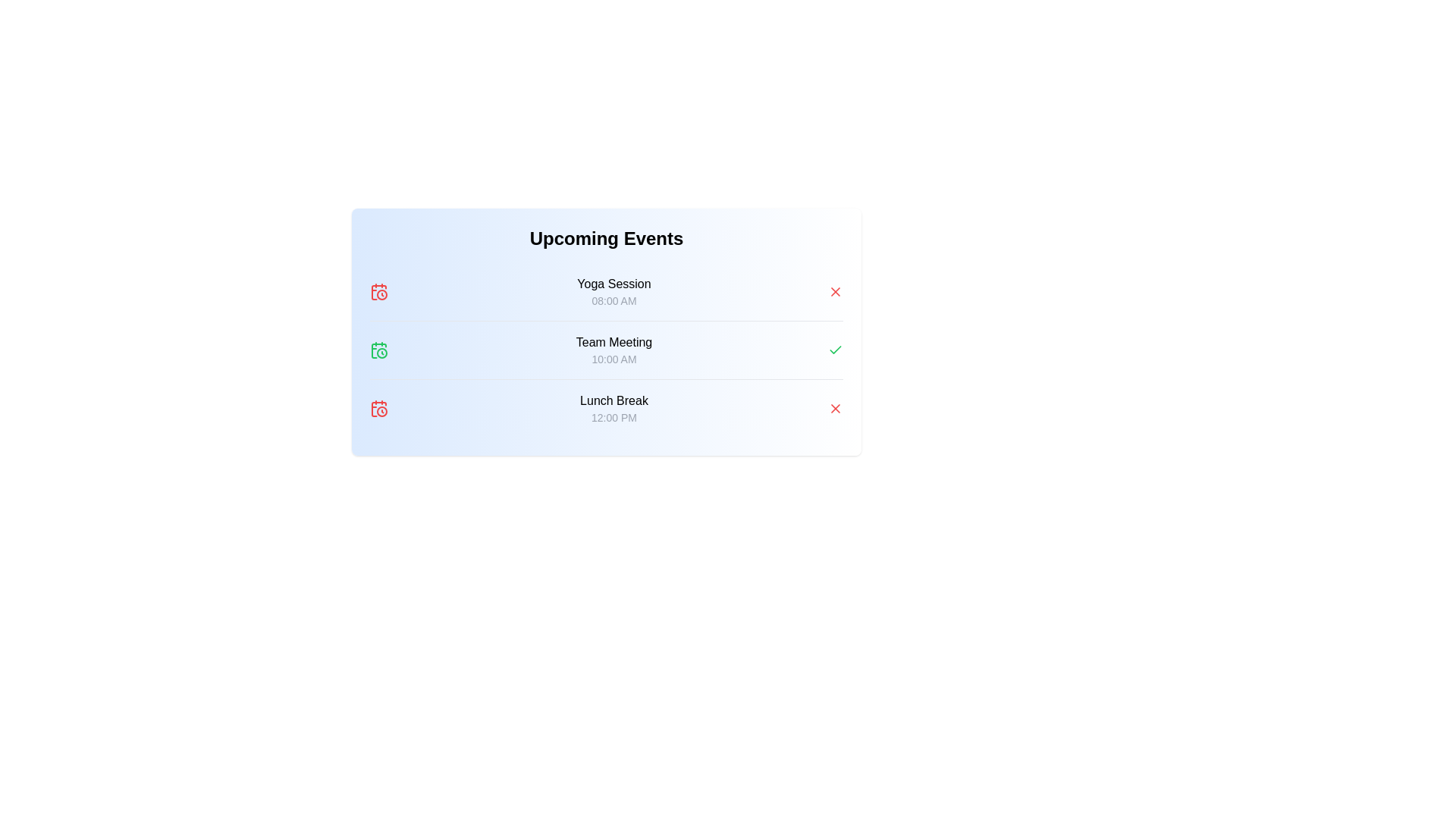 Image resolution: width=1456 pixels, height=819 pixels. I want to click on the delete button for the 'Lunch Break' event located at the rightmost part of the row labeled 'Lunch Break 12:00 PM', so click(835, 408).